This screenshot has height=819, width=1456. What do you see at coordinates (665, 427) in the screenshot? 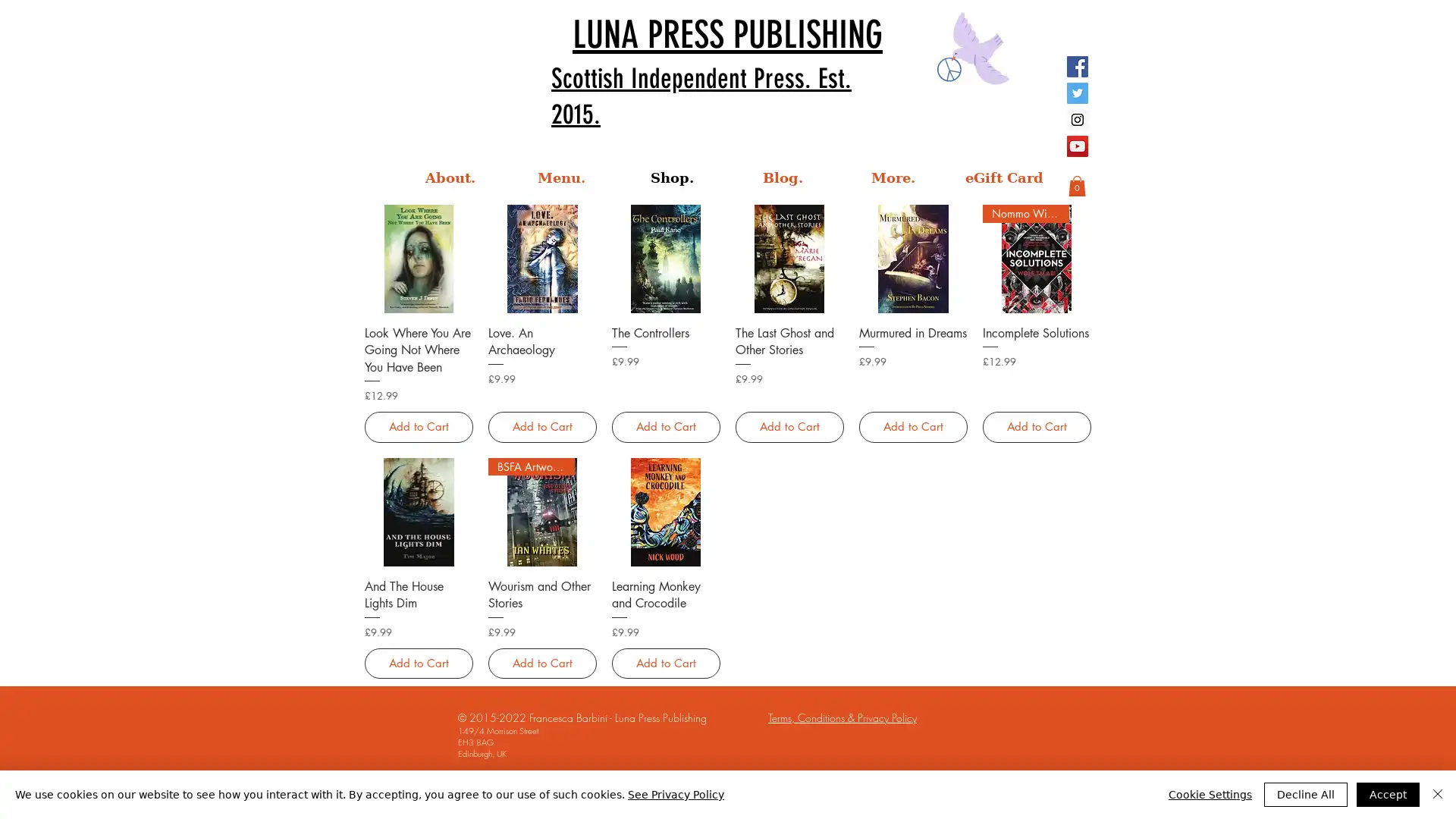
I see `Add to Cart` at bounding box center [665, 427].